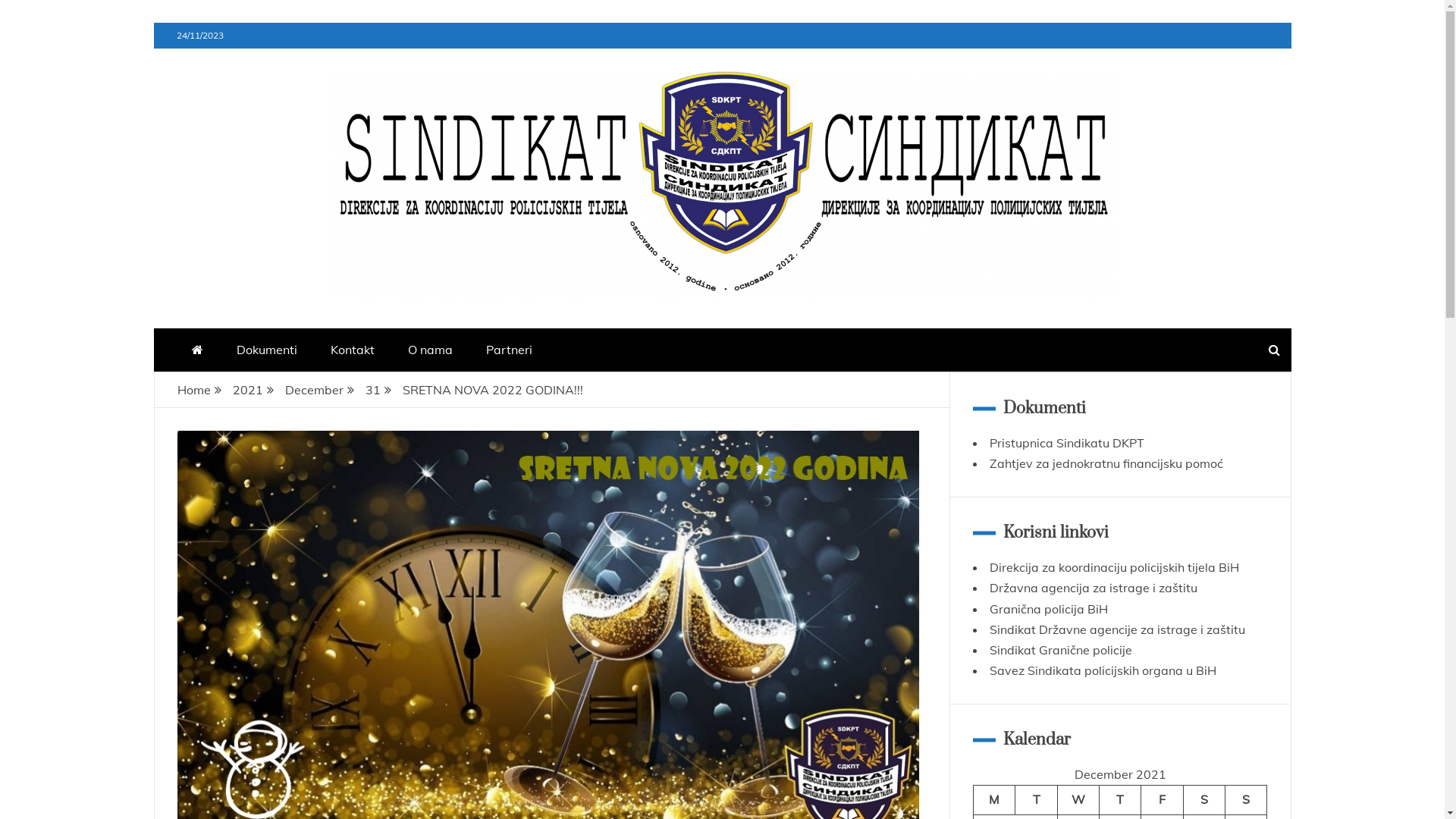 The height and width of the screenshot is (819, 1456). What do you see at coordinates (221, 350) in the screenshot?
I see `'Dokumenti'` at bounding box center [221, 350].